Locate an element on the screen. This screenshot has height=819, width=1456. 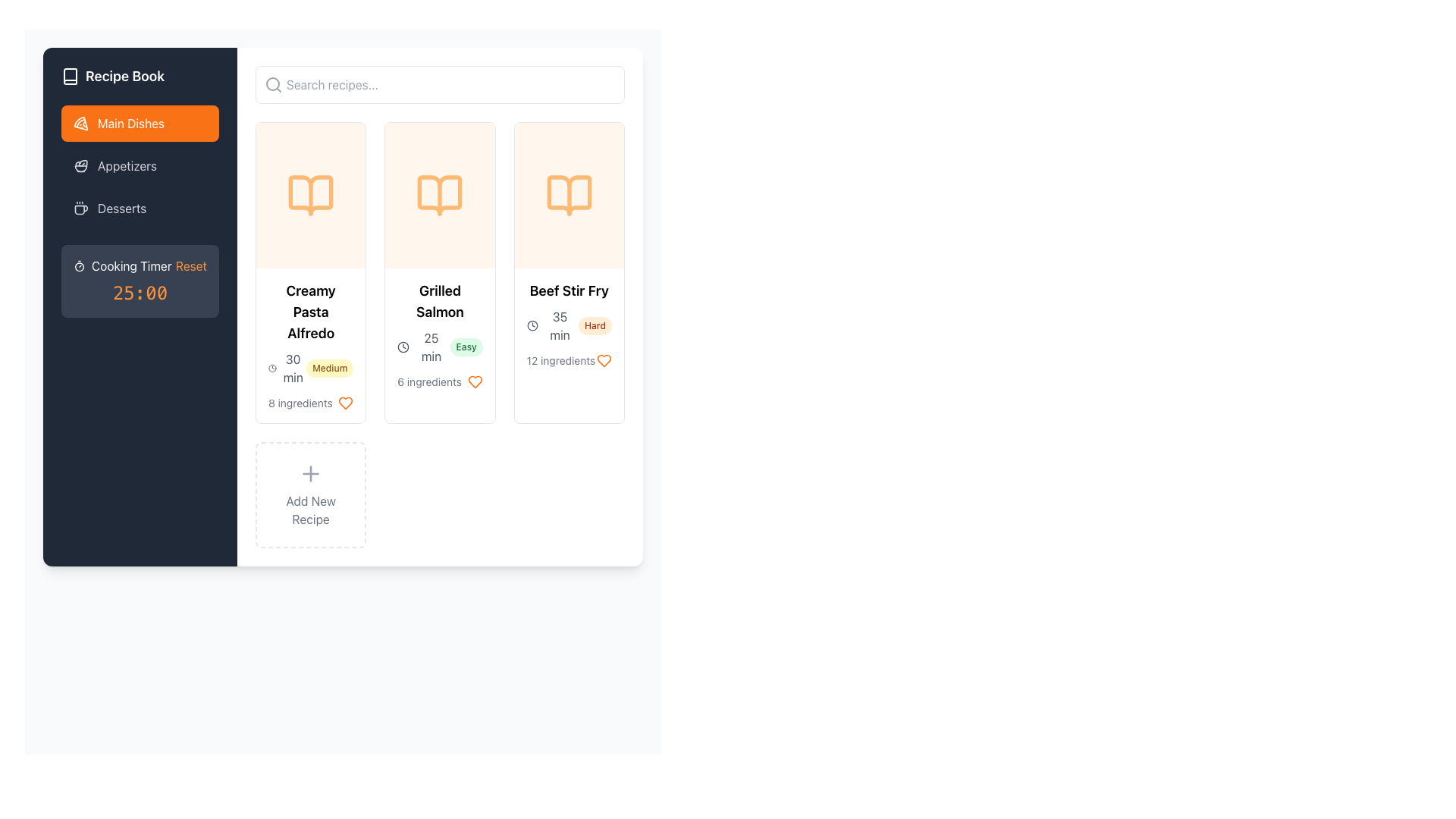
the button labeled 'Add New Recipe' which contains a '+' icon and is positioned in the fourth slot of the grid layout for recipe cards is located at coordinates (310, 494).